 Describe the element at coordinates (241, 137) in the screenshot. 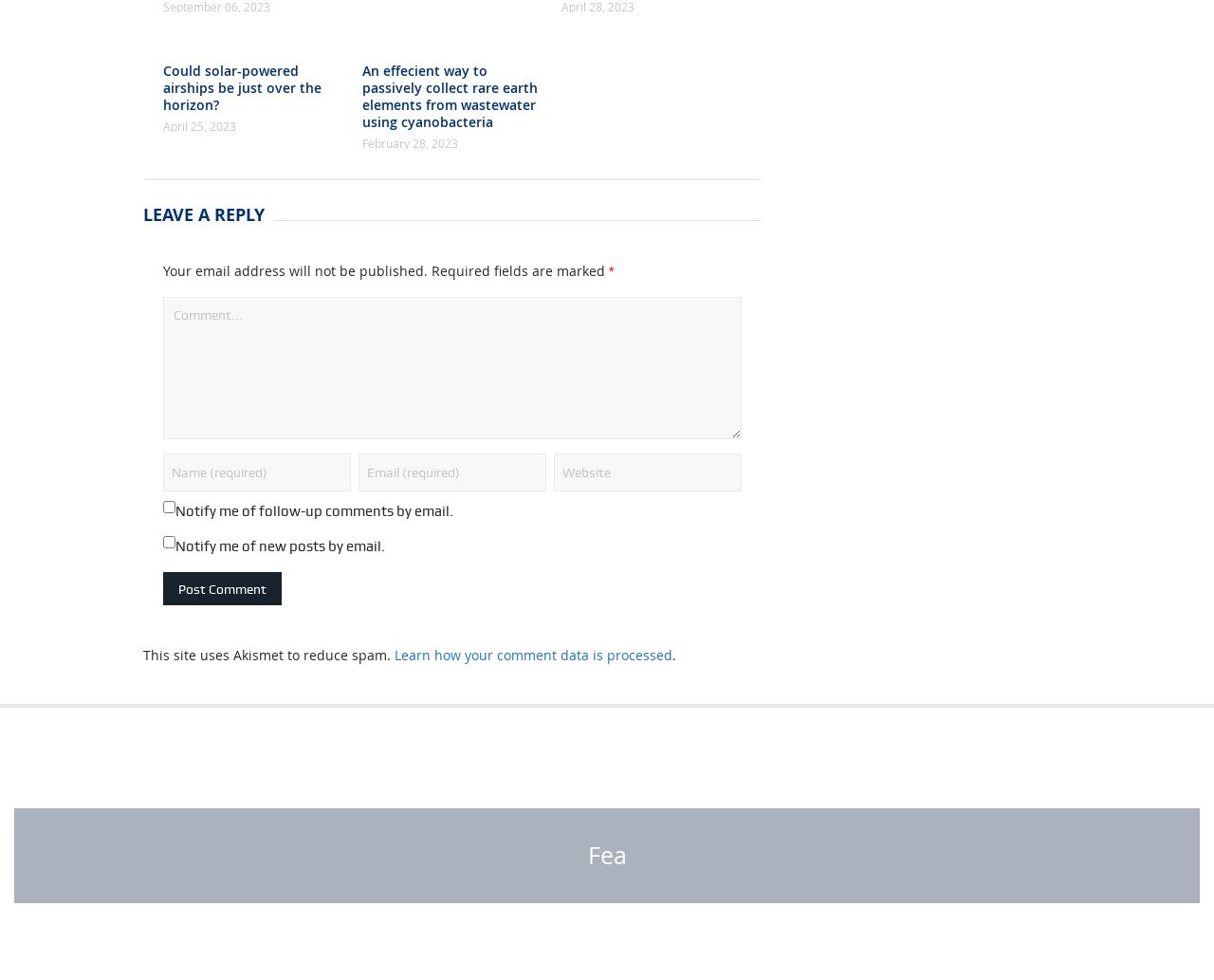

I see `'Could solar-powered airships be just over the horizon?'` at that location.